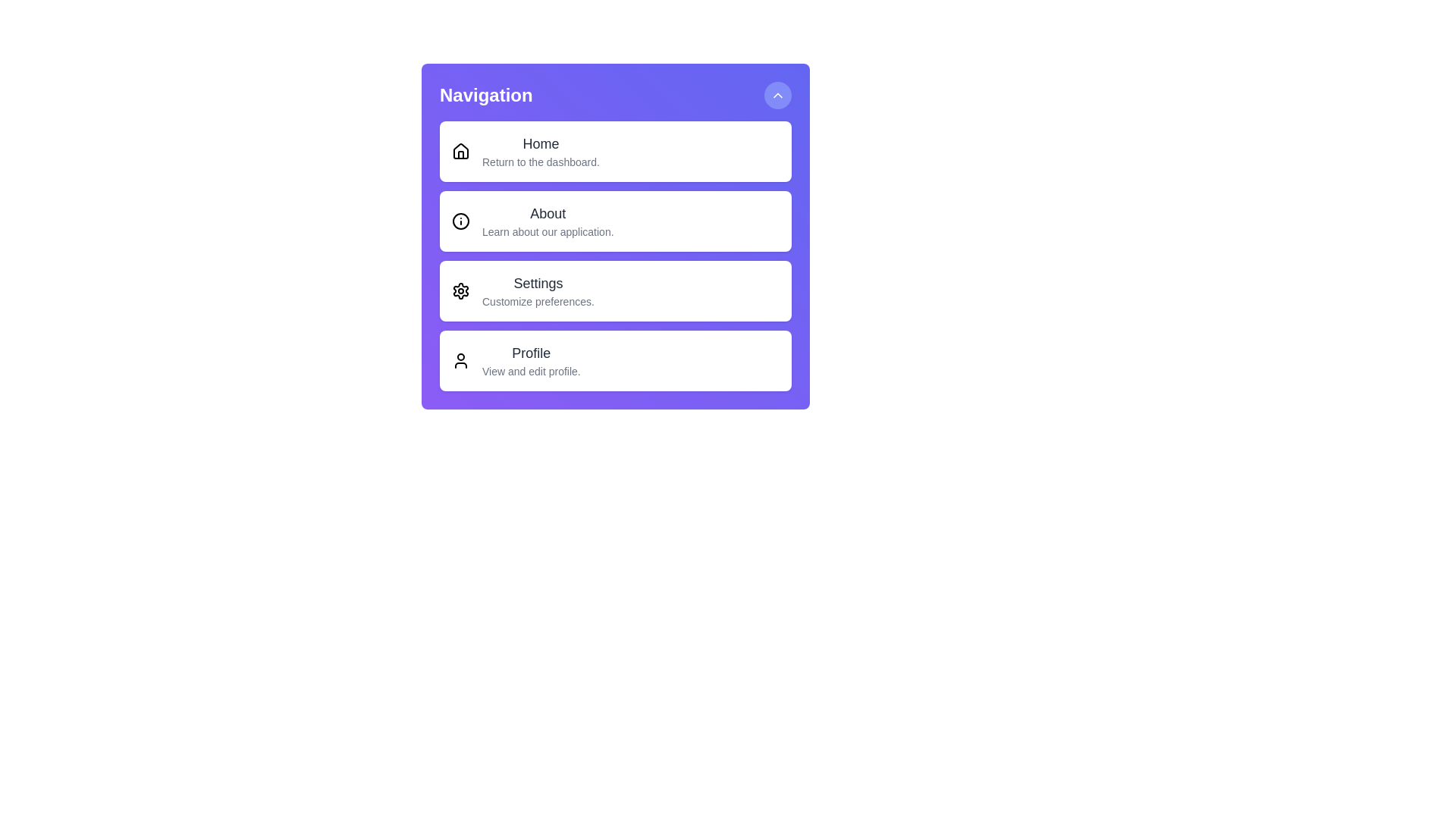 The height and width of the screenshot is (819, 1456). What do you see at coordinates (615, 221) in the screenshot?
I see `the menu option About by clicking on it` at bounding box center [615, 221].